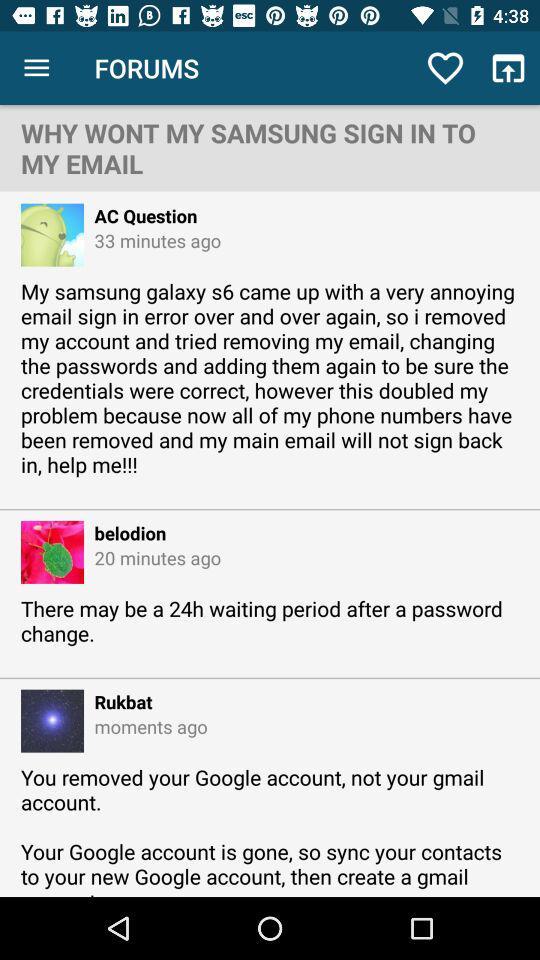 This screenshot has height=960, width=540. What do you see at coordinates (270, 830) in the screenshot?
I see `the you removed your` at bounding box center [270, 830].